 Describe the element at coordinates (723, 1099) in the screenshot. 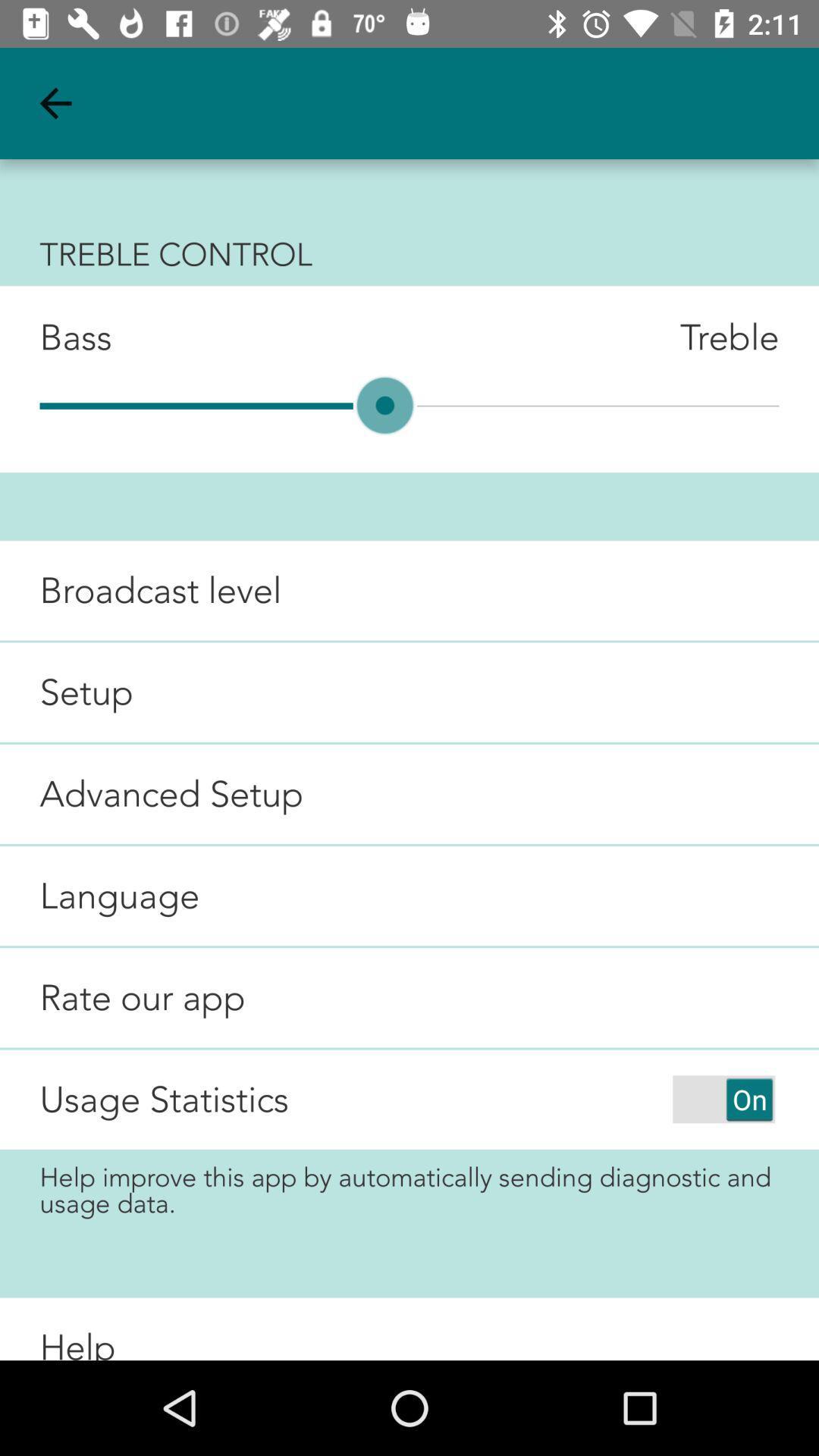

I see `sending data of usage statistics` at that location.